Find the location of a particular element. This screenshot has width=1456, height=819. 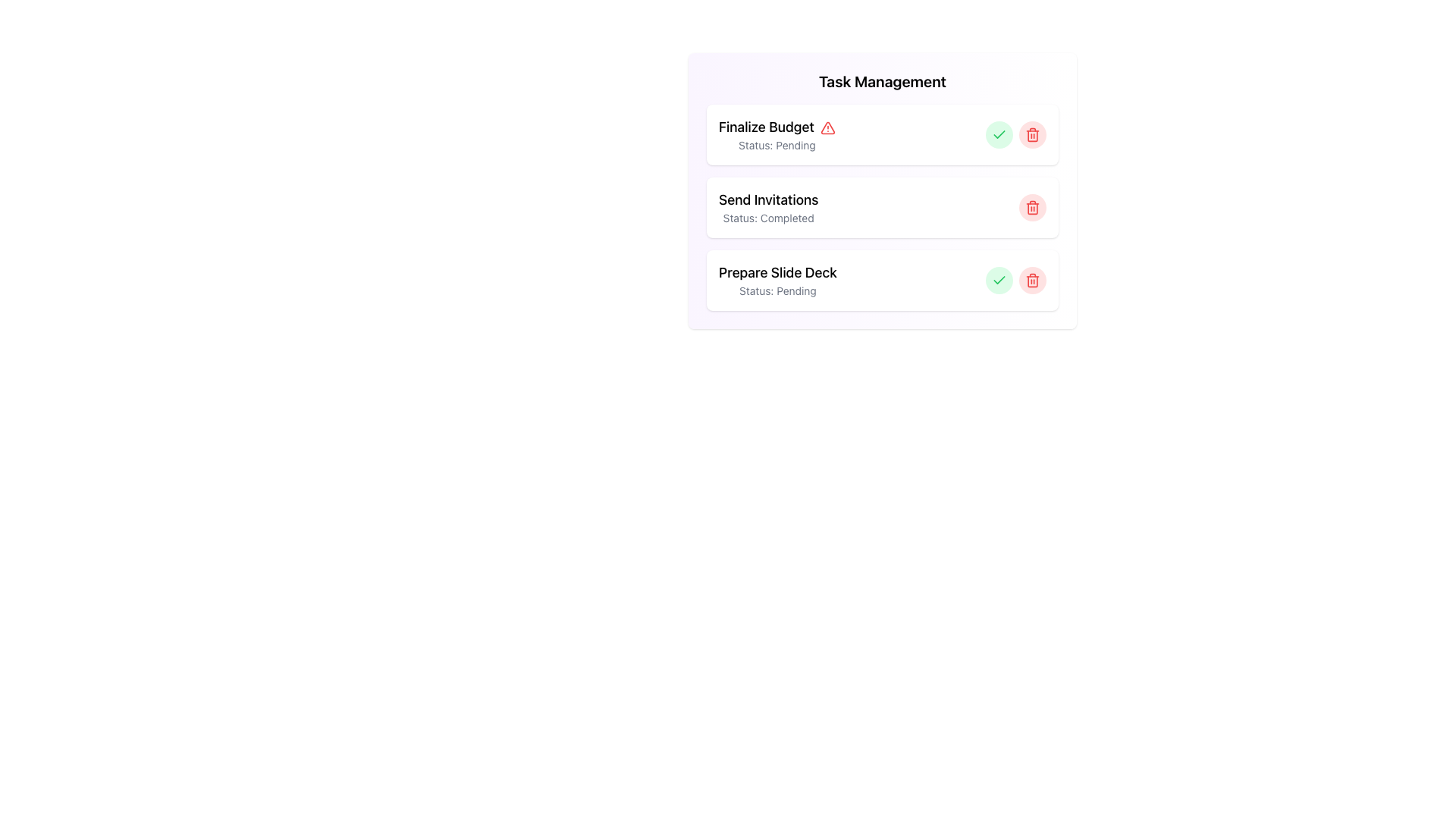

the delete button located to the right of the 'Finalize Budget' task entry in the Task Management section is located at coordinates (1032, 133).